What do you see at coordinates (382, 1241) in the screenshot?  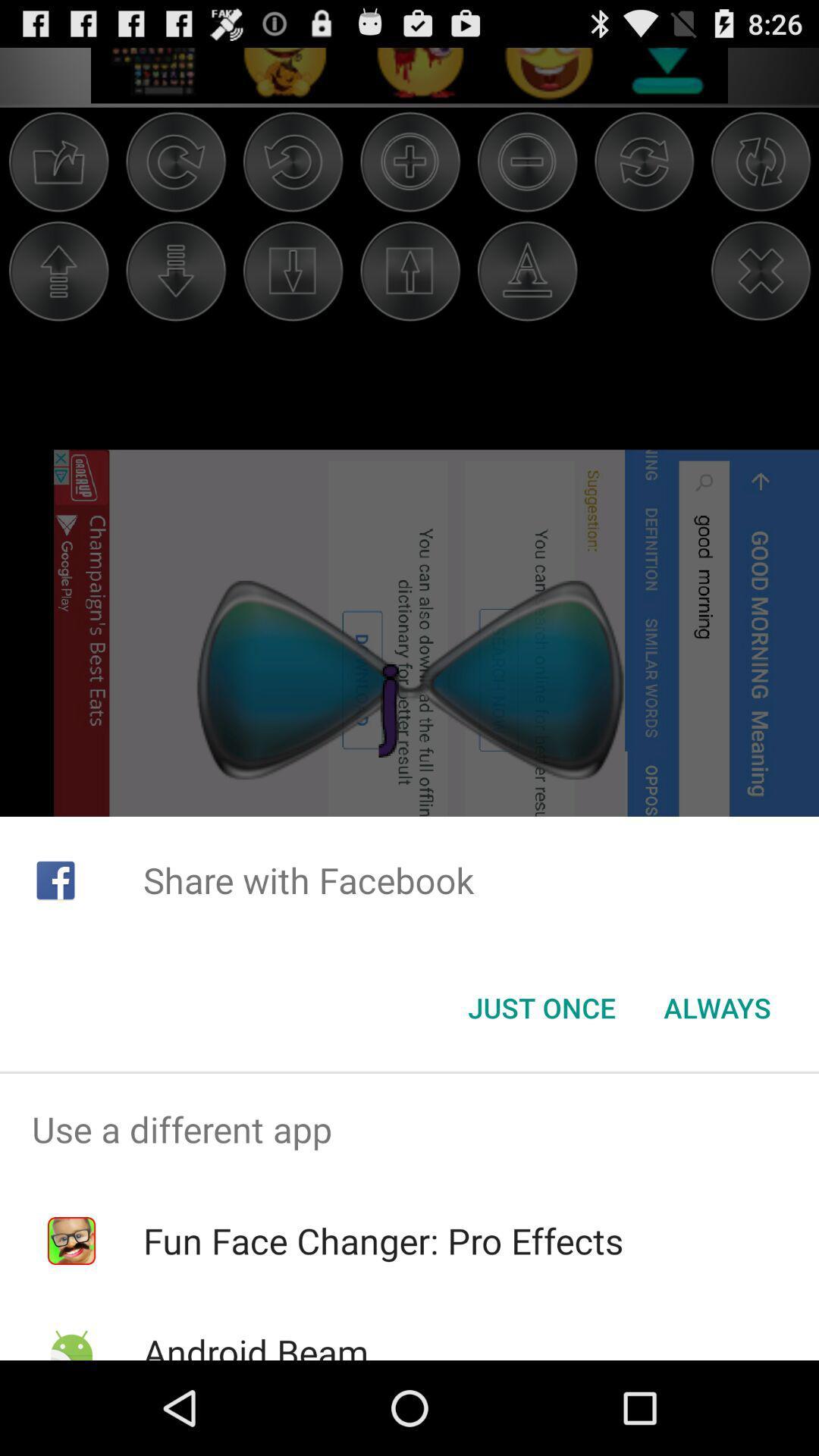 I see `fun face changer item` at bounding box center [382, 1241].